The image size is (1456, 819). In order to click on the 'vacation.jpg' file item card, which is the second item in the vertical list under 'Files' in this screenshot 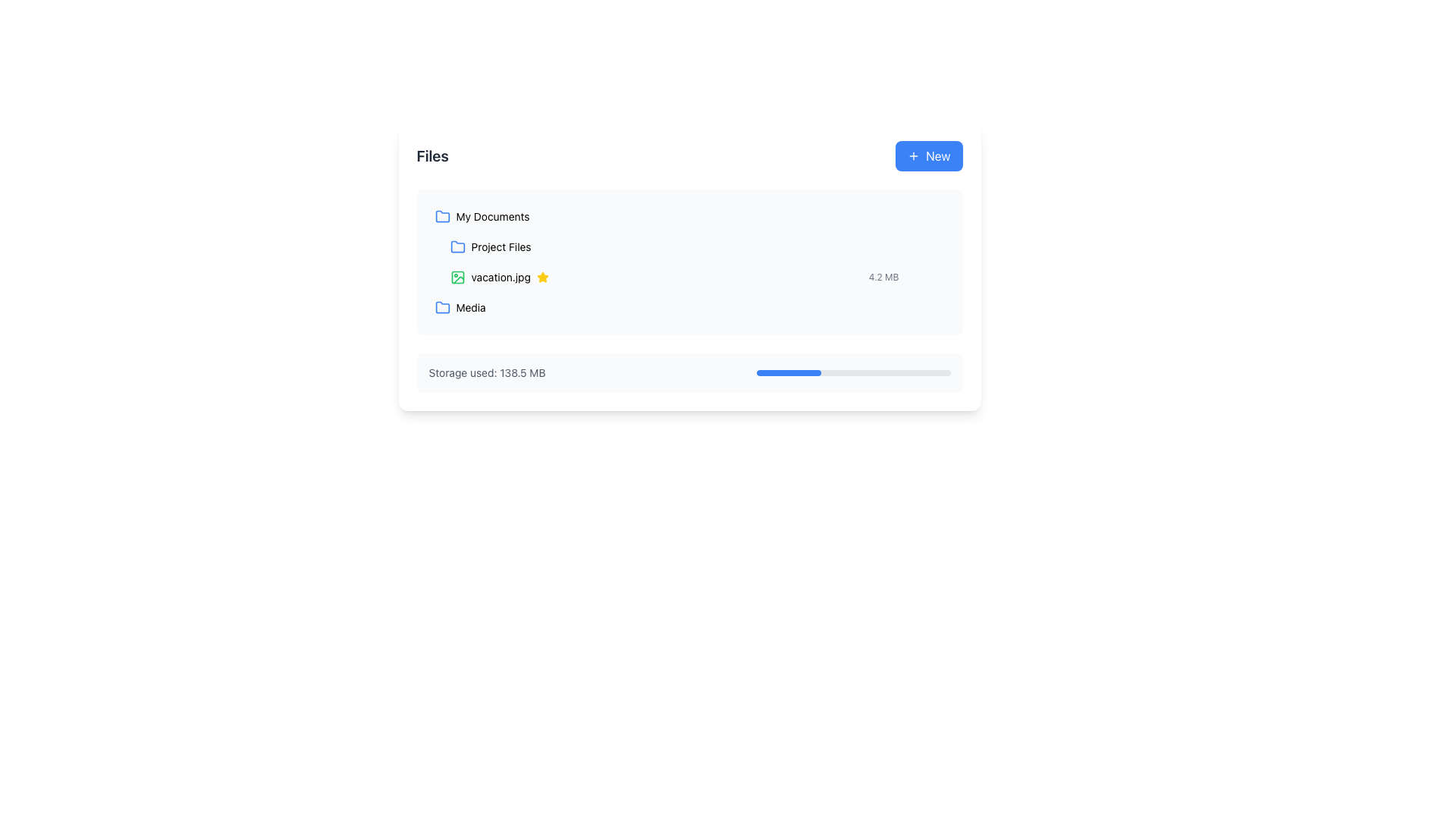, I will do `click(696, 278)`.